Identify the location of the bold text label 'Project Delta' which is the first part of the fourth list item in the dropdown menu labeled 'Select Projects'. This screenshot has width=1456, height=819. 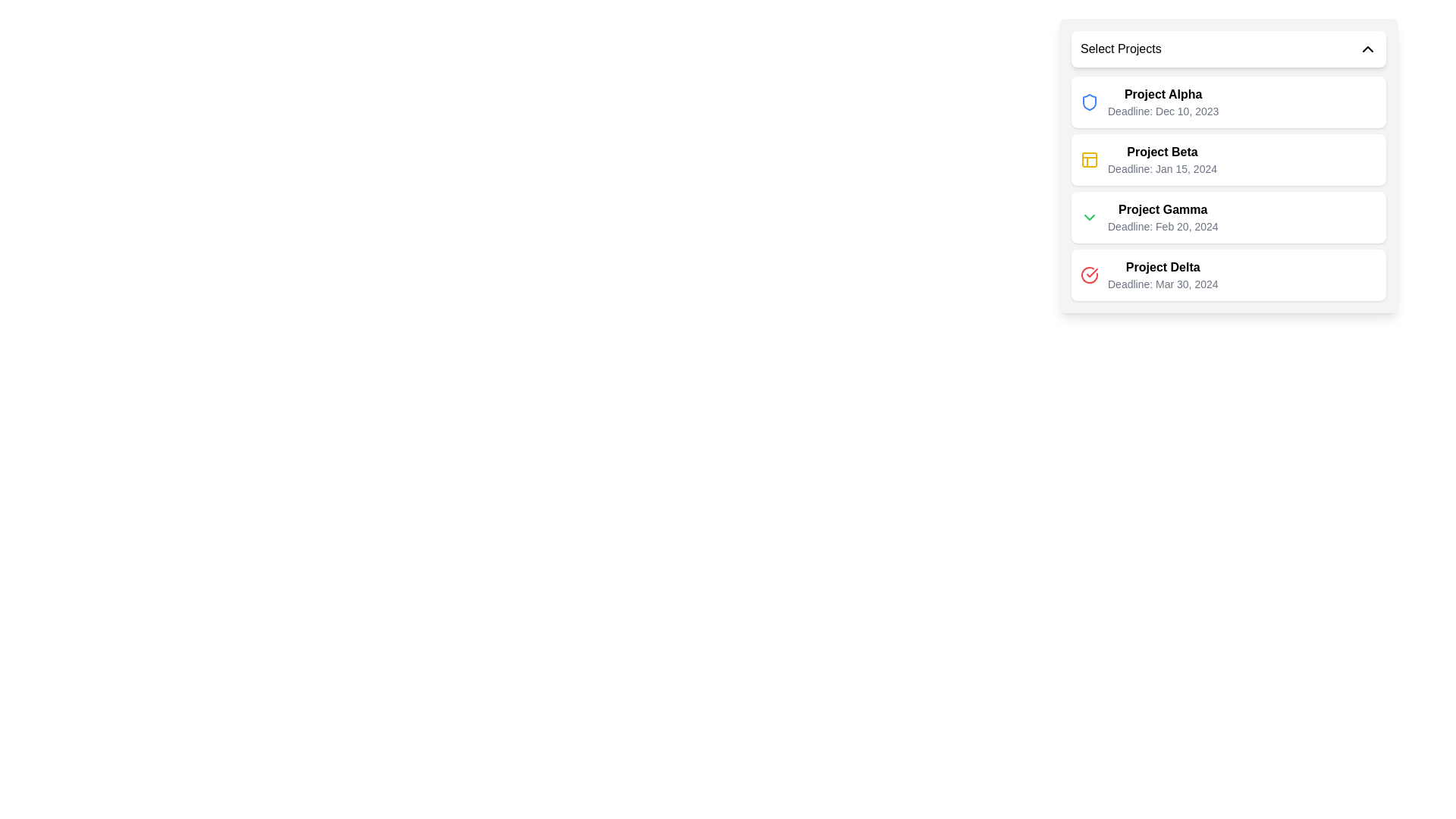
(1162, 267).